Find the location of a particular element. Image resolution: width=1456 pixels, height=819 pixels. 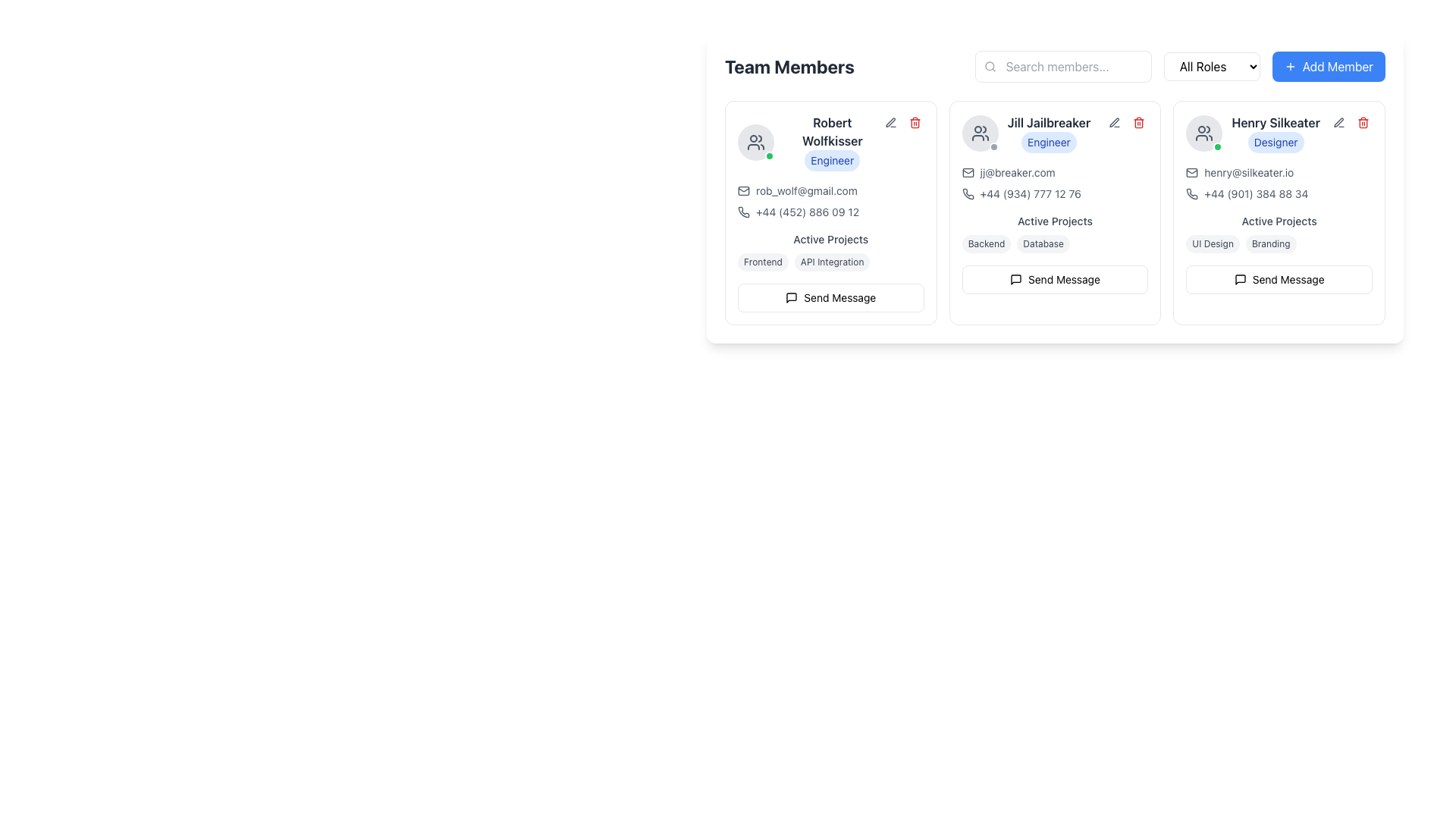

the text label reading 'Active Projects' which is styled with medium weight typography in gray color, positioned within the card for 'Robert Wolfkisser' is located at coordinates (830, 239).